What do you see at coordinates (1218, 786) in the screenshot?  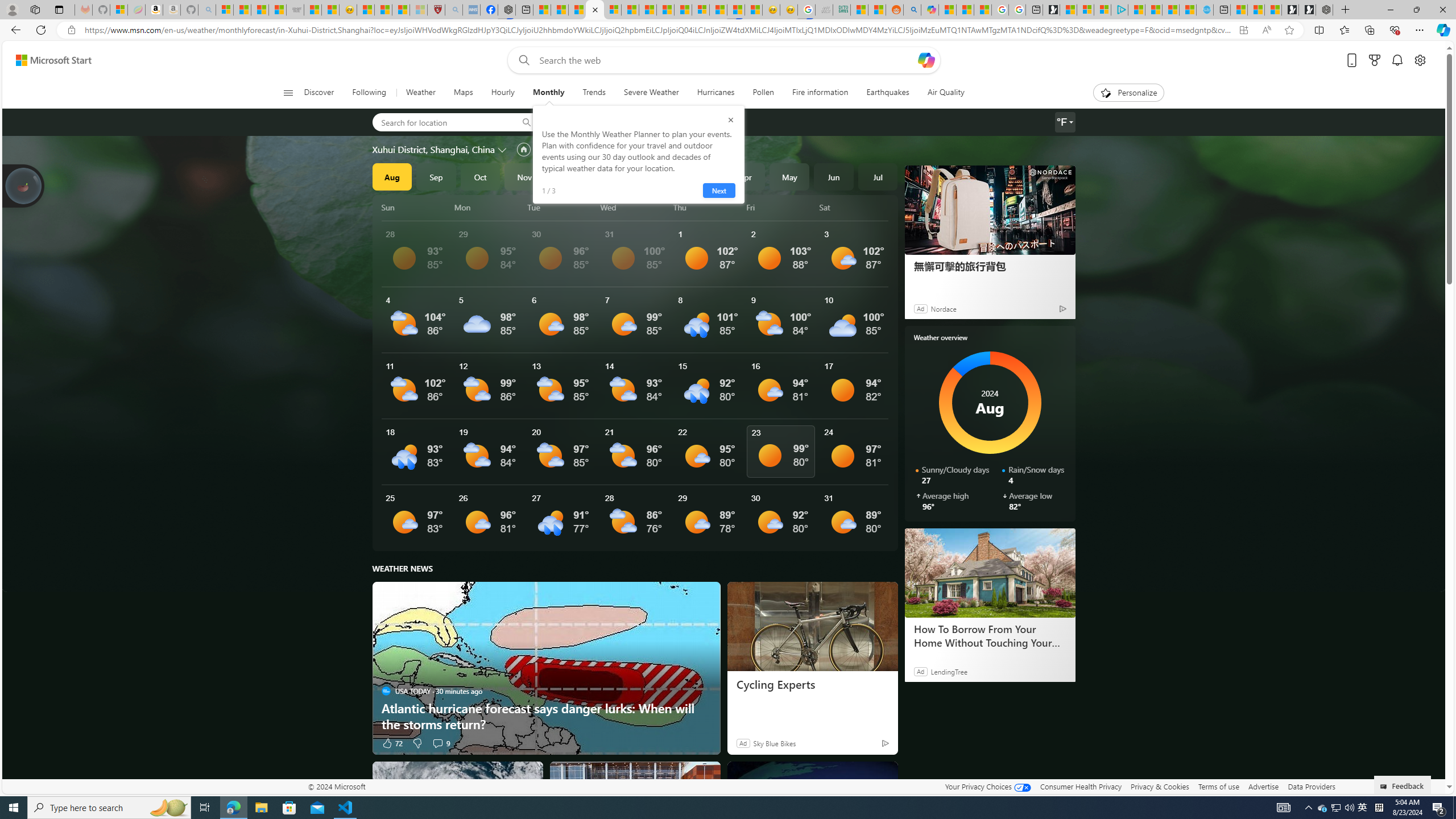 I see `'Terms of use'` at bounding box center [1218, 786].